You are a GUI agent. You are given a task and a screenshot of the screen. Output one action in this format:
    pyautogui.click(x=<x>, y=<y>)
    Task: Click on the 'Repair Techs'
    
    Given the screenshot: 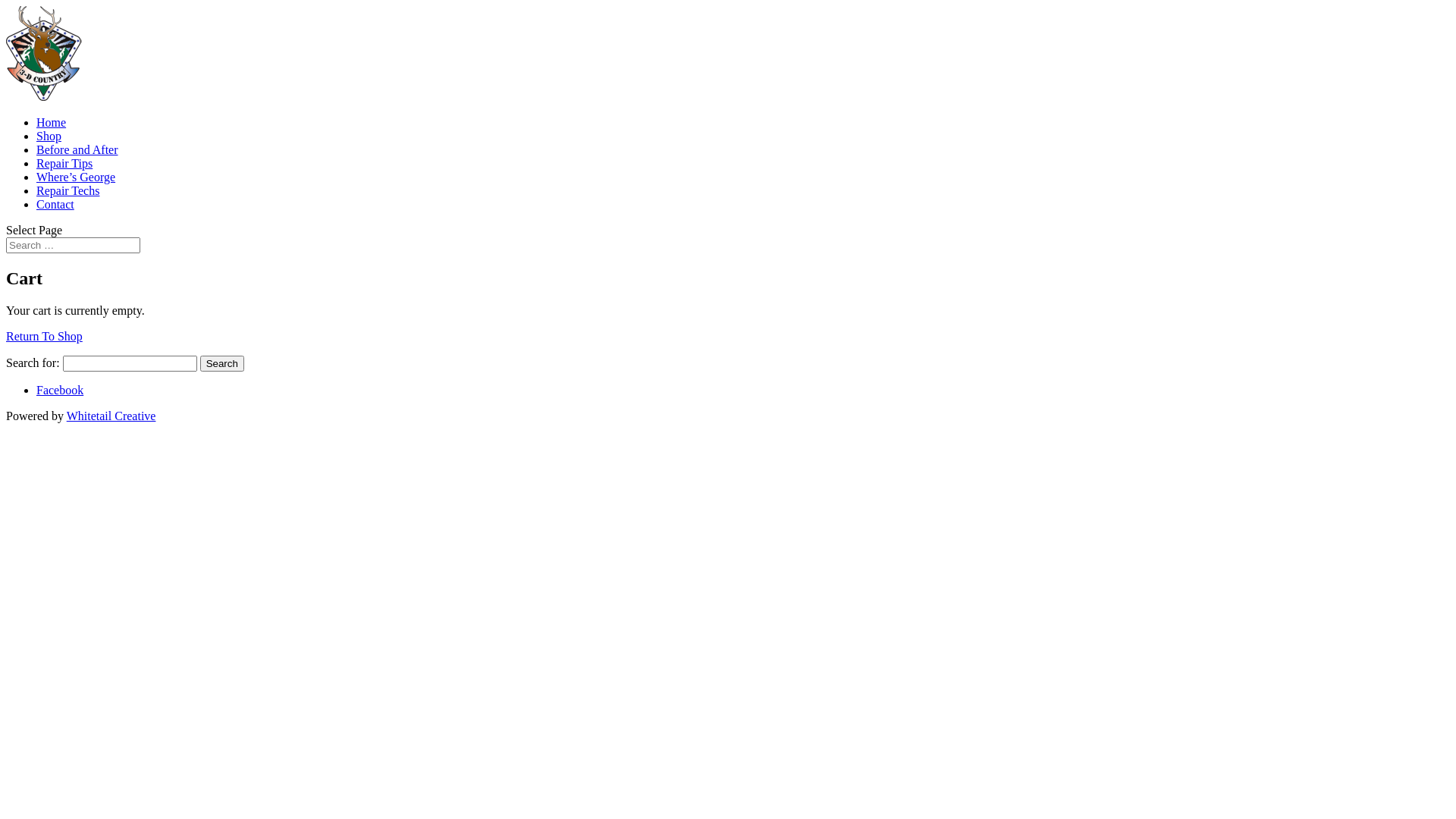 What is the action you would take?
    pyautogui.click(x=67, y=190)
    